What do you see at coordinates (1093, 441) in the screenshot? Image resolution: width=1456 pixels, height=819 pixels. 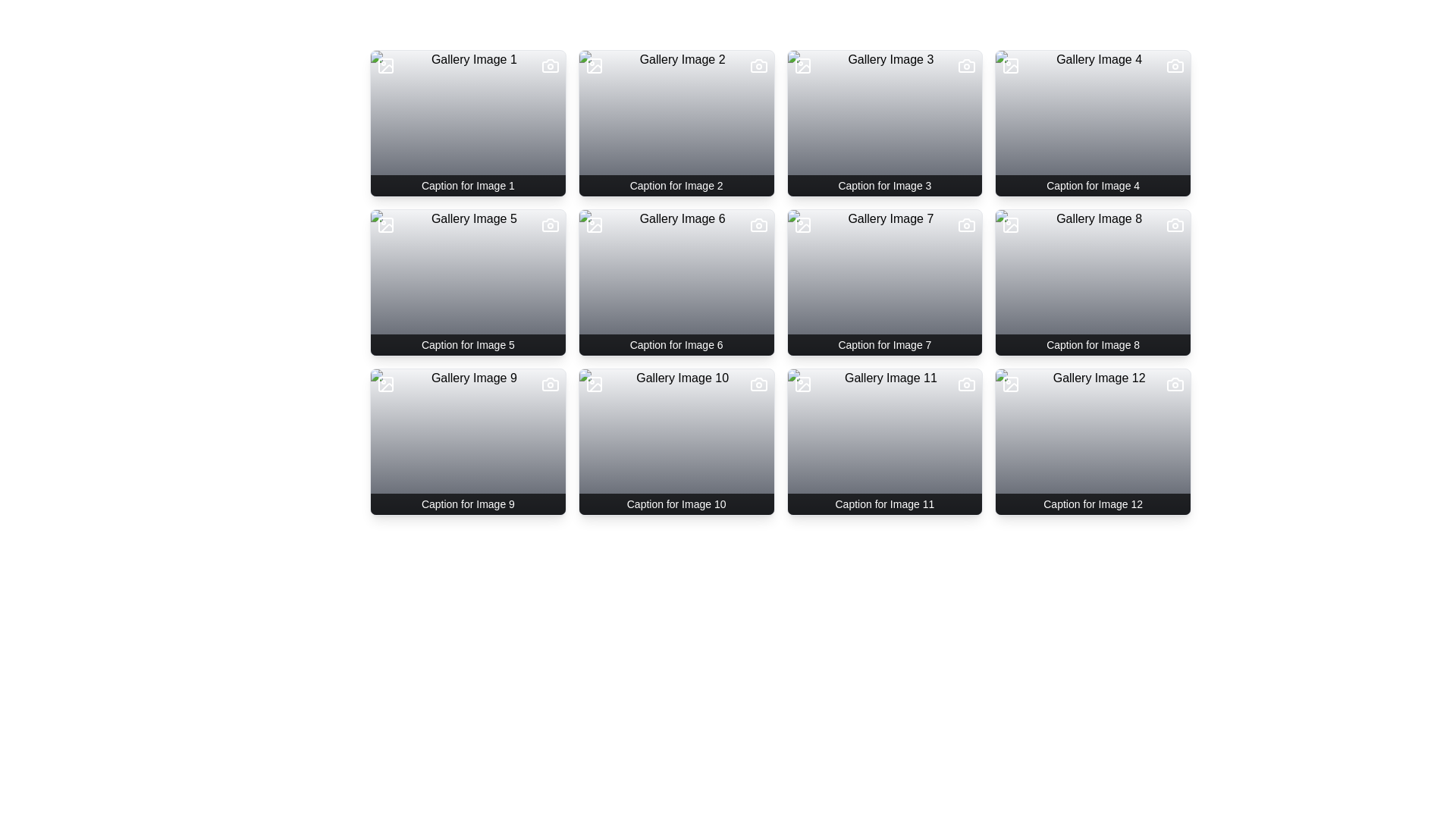 I see `semi-transparent gradient overlay covering the 'Gallery Image 12' thumbnail located at the bottom-right corner of the grid layout` at bounding box center [1093, 441].